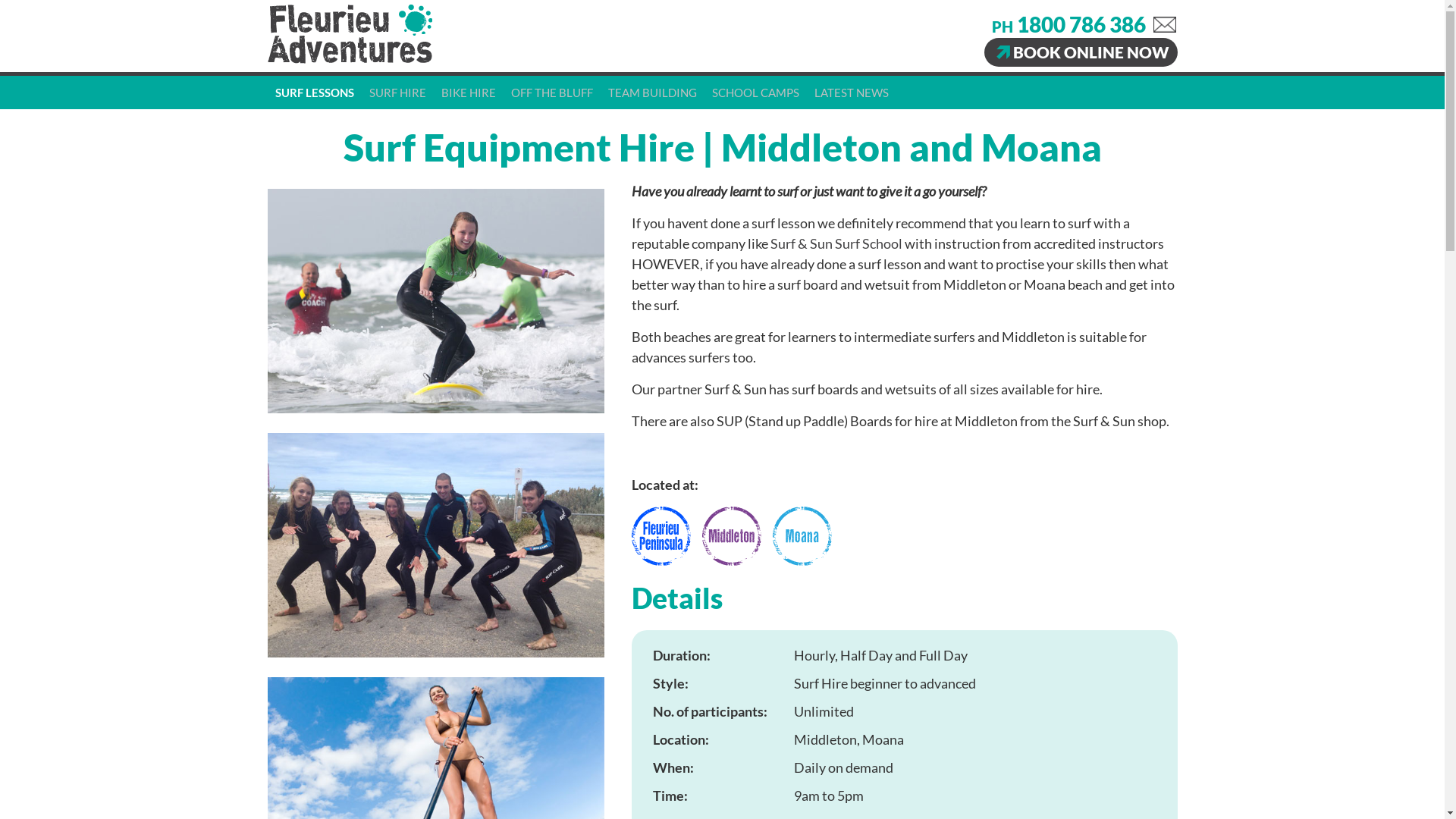 This screenshot has height=819, width=1456. What do you see at coordinates (1080, 24) in the screenshot?
I see `'1800 786 386'` at bounding box center [1080, 24].